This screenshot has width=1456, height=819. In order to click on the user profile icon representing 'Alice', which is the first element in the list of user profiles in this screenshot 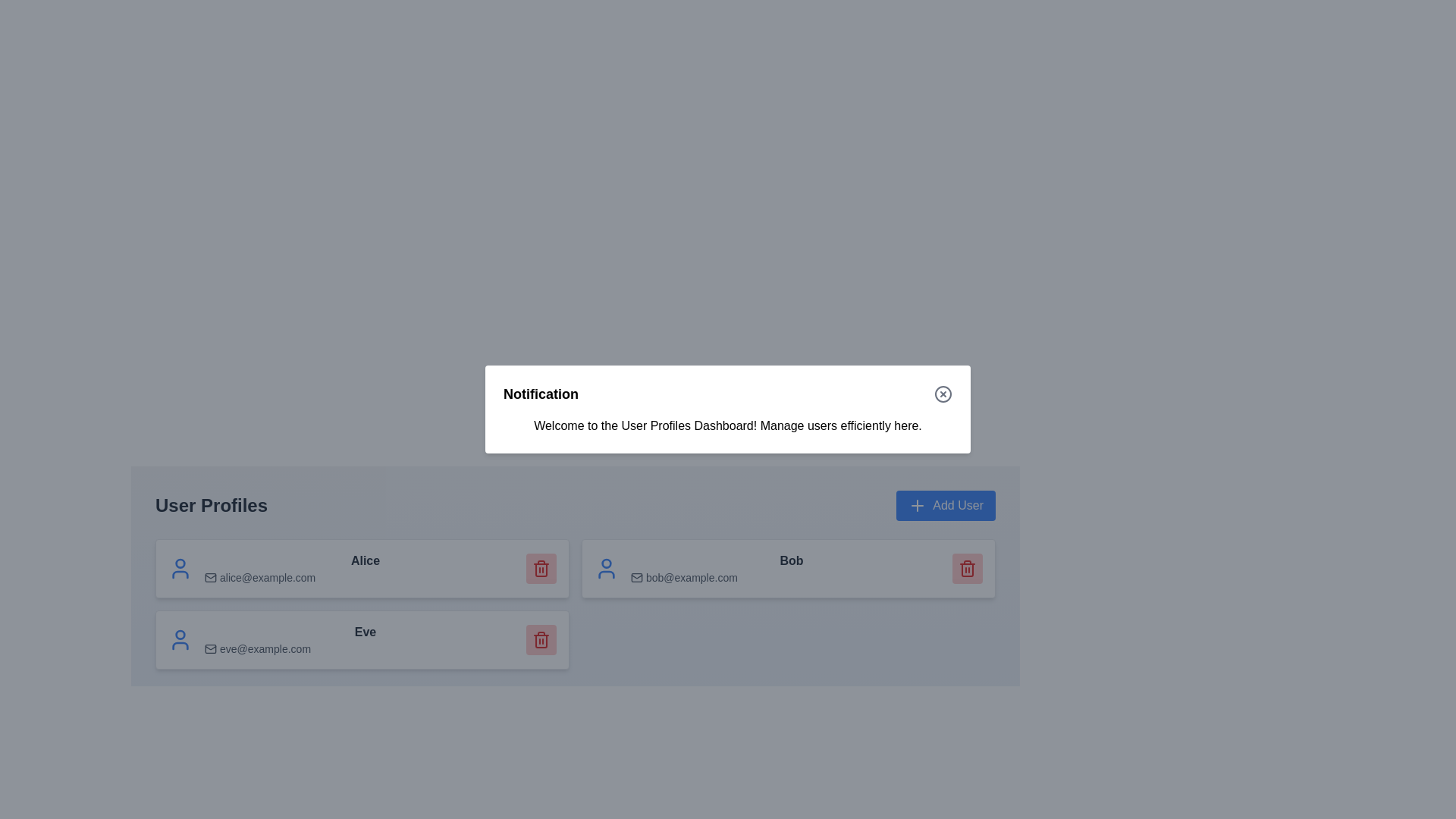, I will do `click(180, 568)`.